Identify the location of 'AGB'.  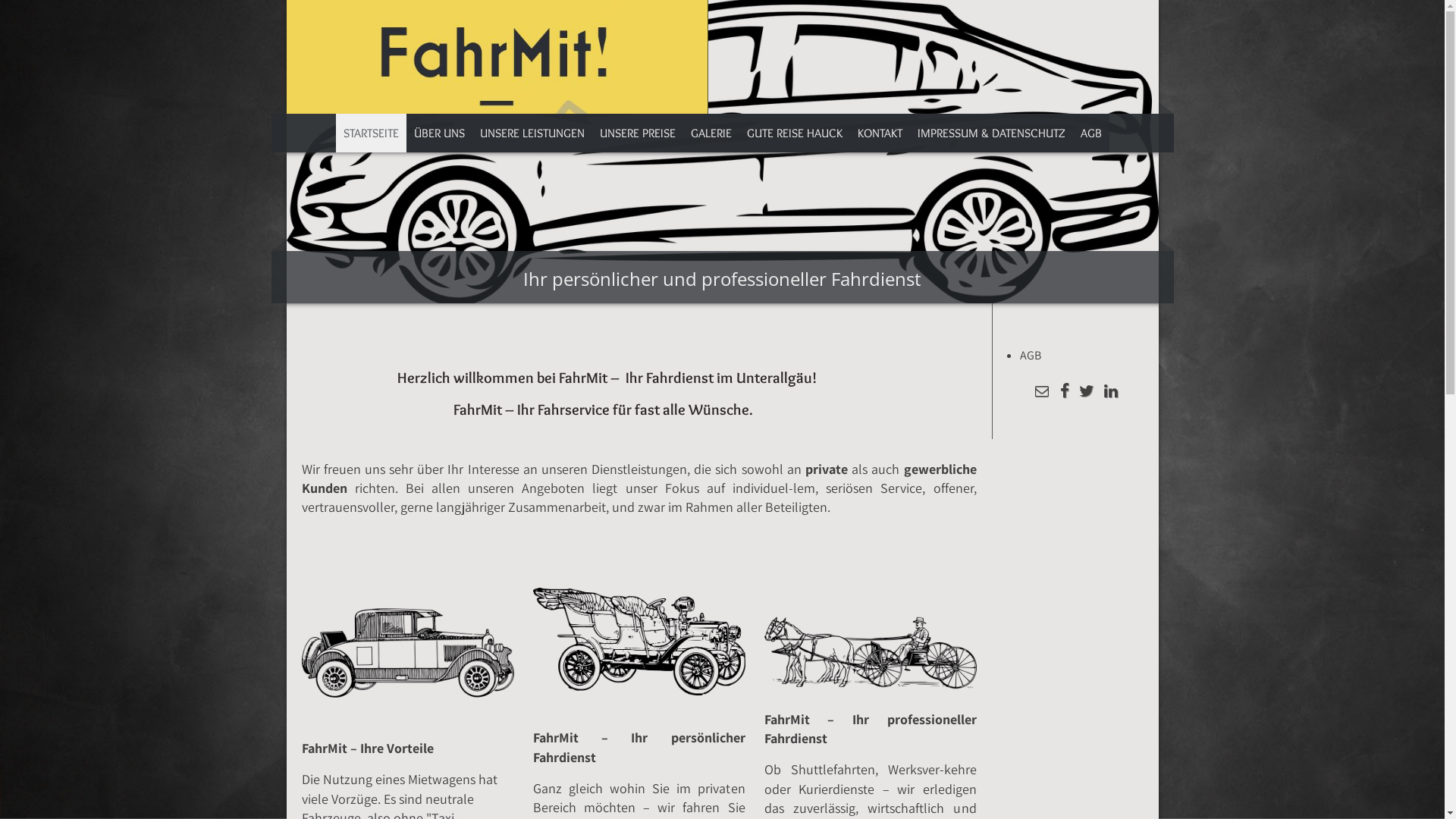
(1090, 132).